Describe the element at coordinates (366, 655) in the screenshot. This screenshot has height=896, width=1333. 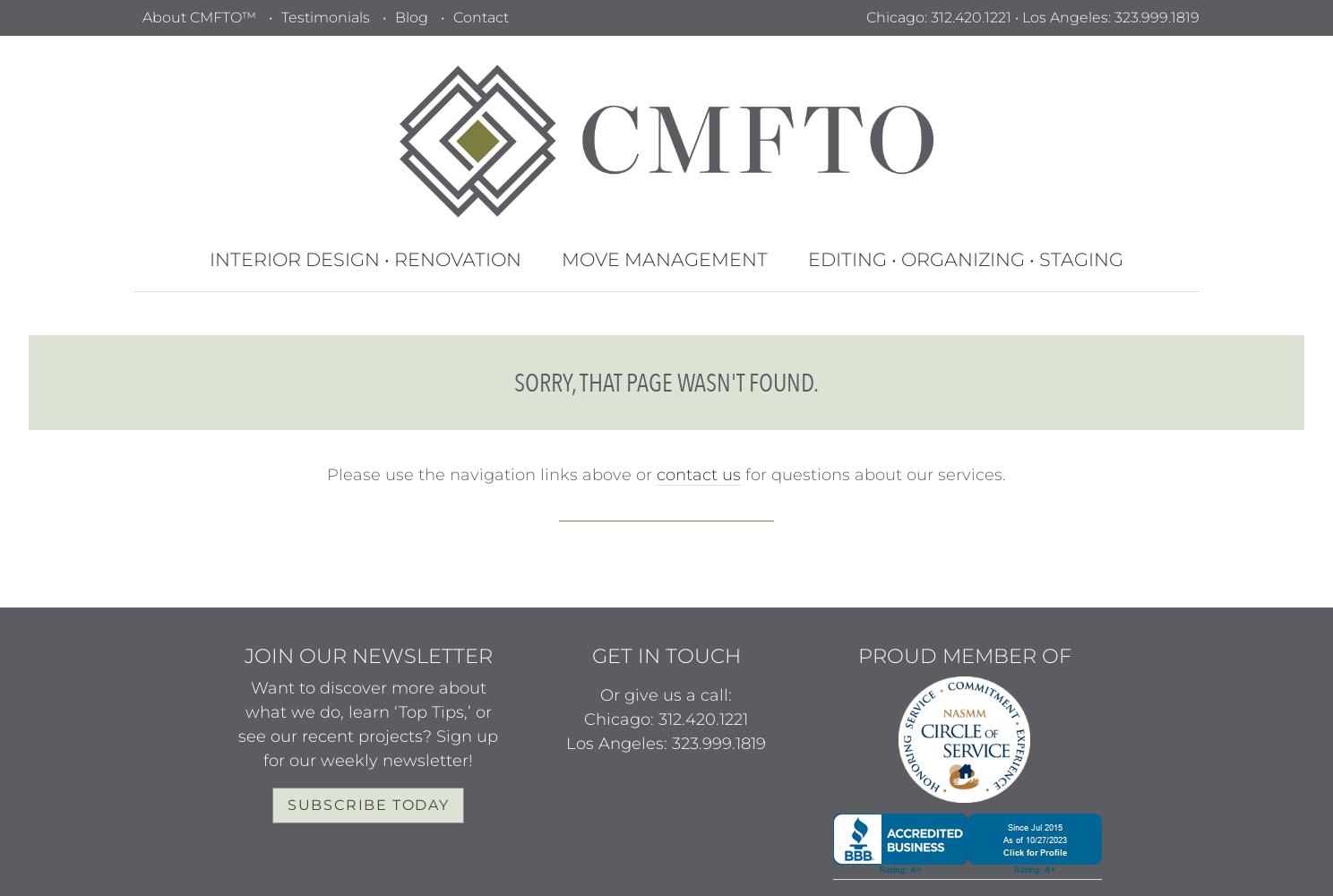
I see `'Join Our Newsletter'` at that location.